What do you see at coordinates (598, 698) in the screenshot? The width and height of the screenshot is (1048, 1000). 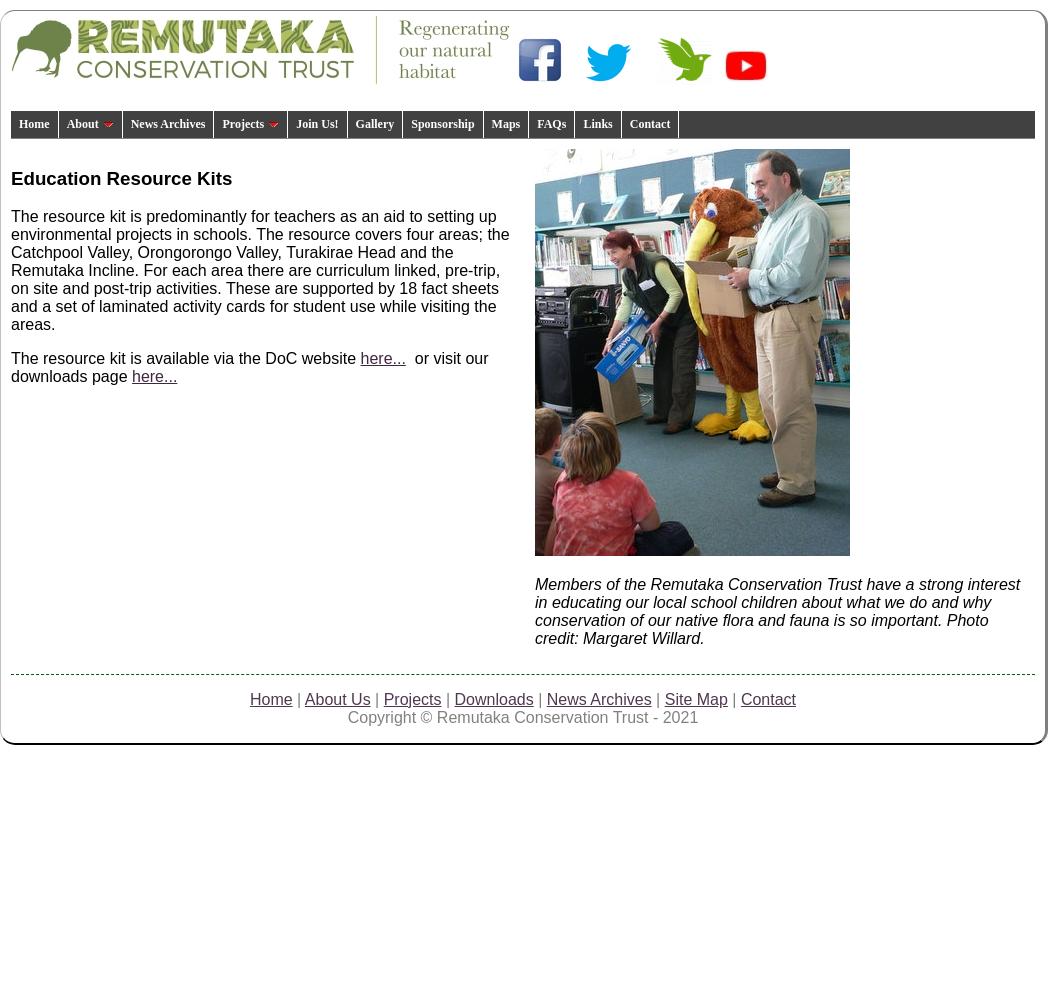 I see `'News Archives'` at bounding box center [598, 698].